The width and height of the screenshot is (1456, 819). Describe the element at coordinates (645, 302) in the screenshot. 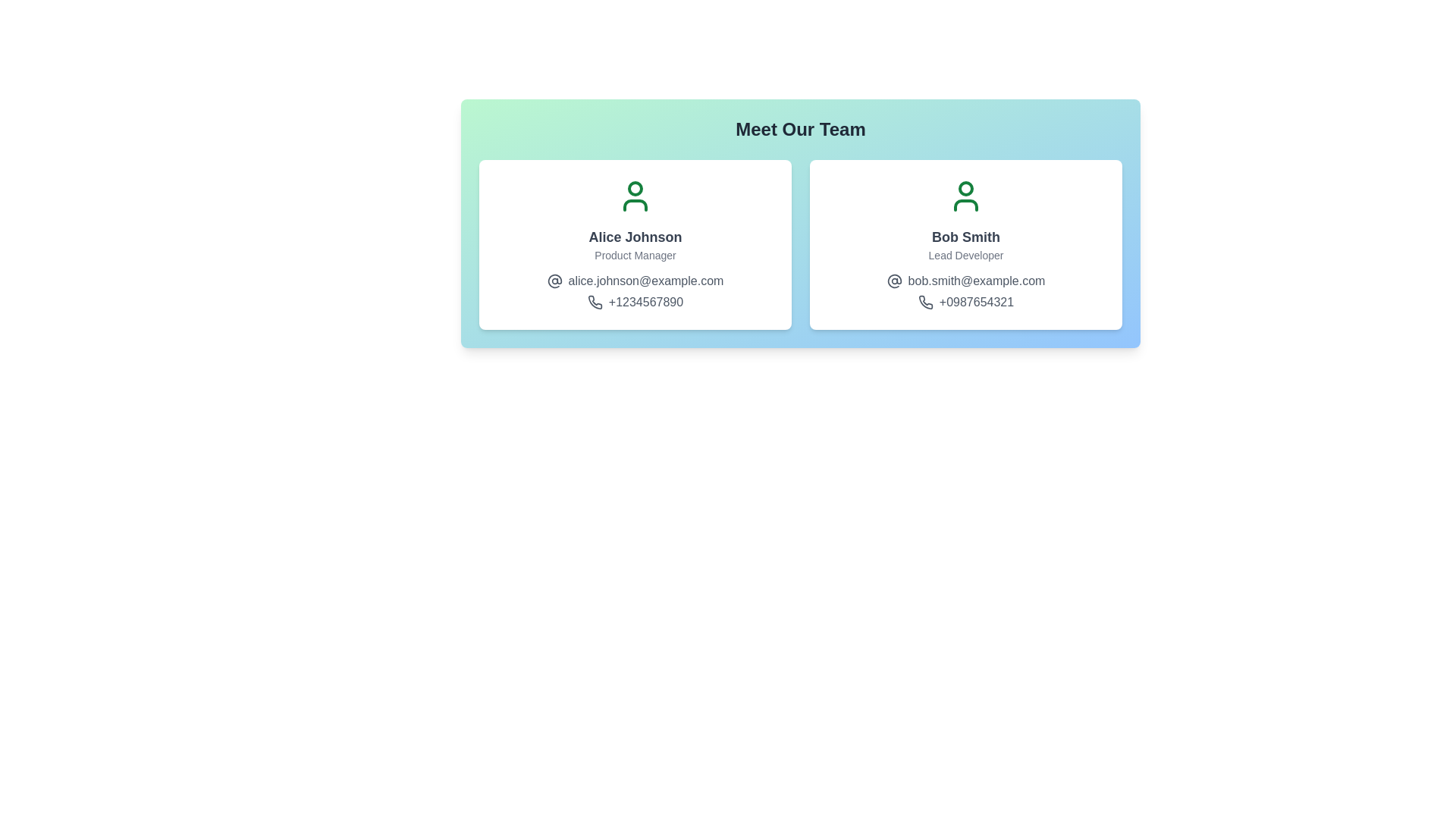

I see `the phone number label of 'Alice Johnson', which is located beneath the email address and to the right of the phone icon` at that location.